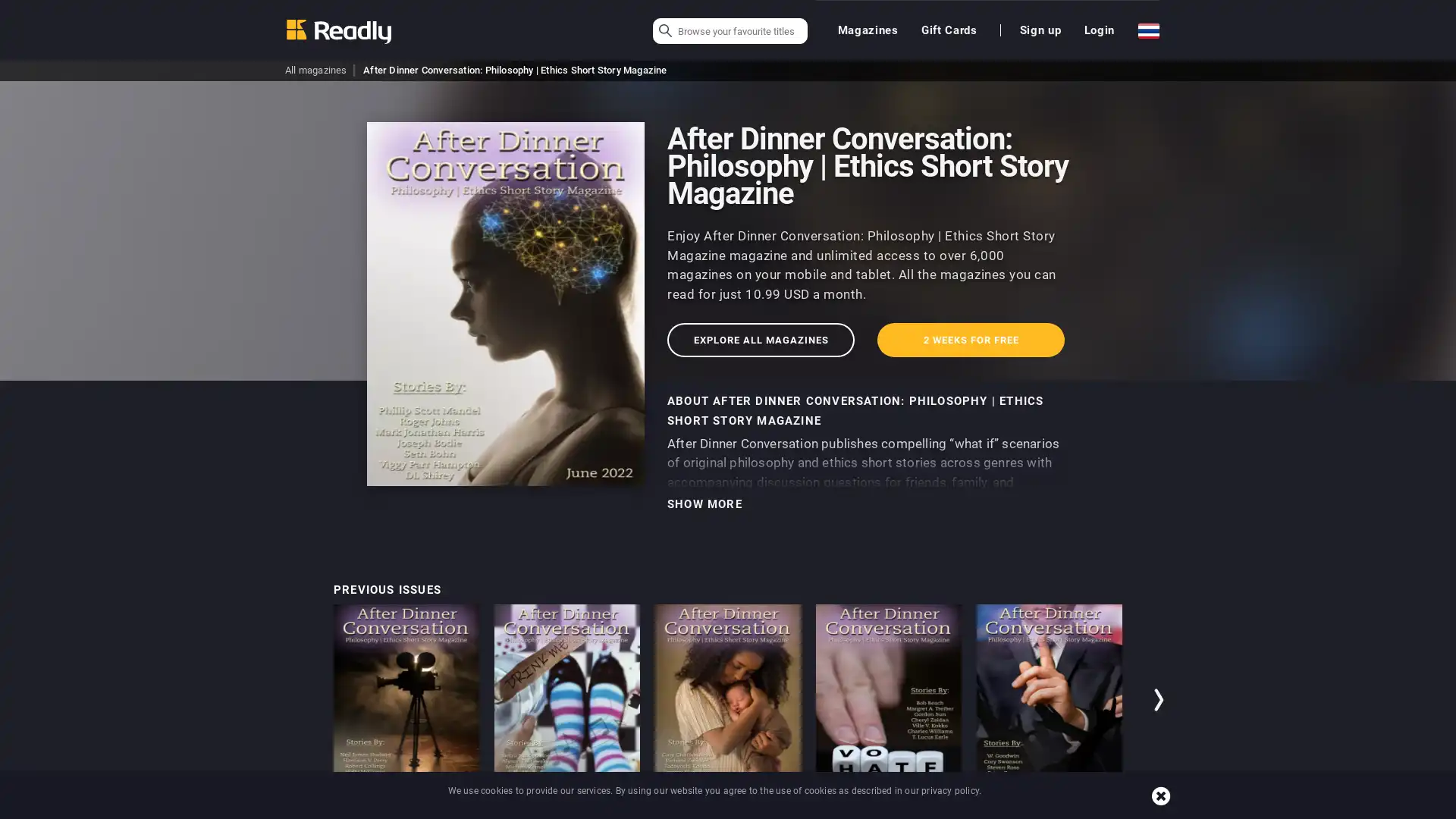 This screenshot has width=1456, height=819. I want to click on 4, so click(1097, 809).